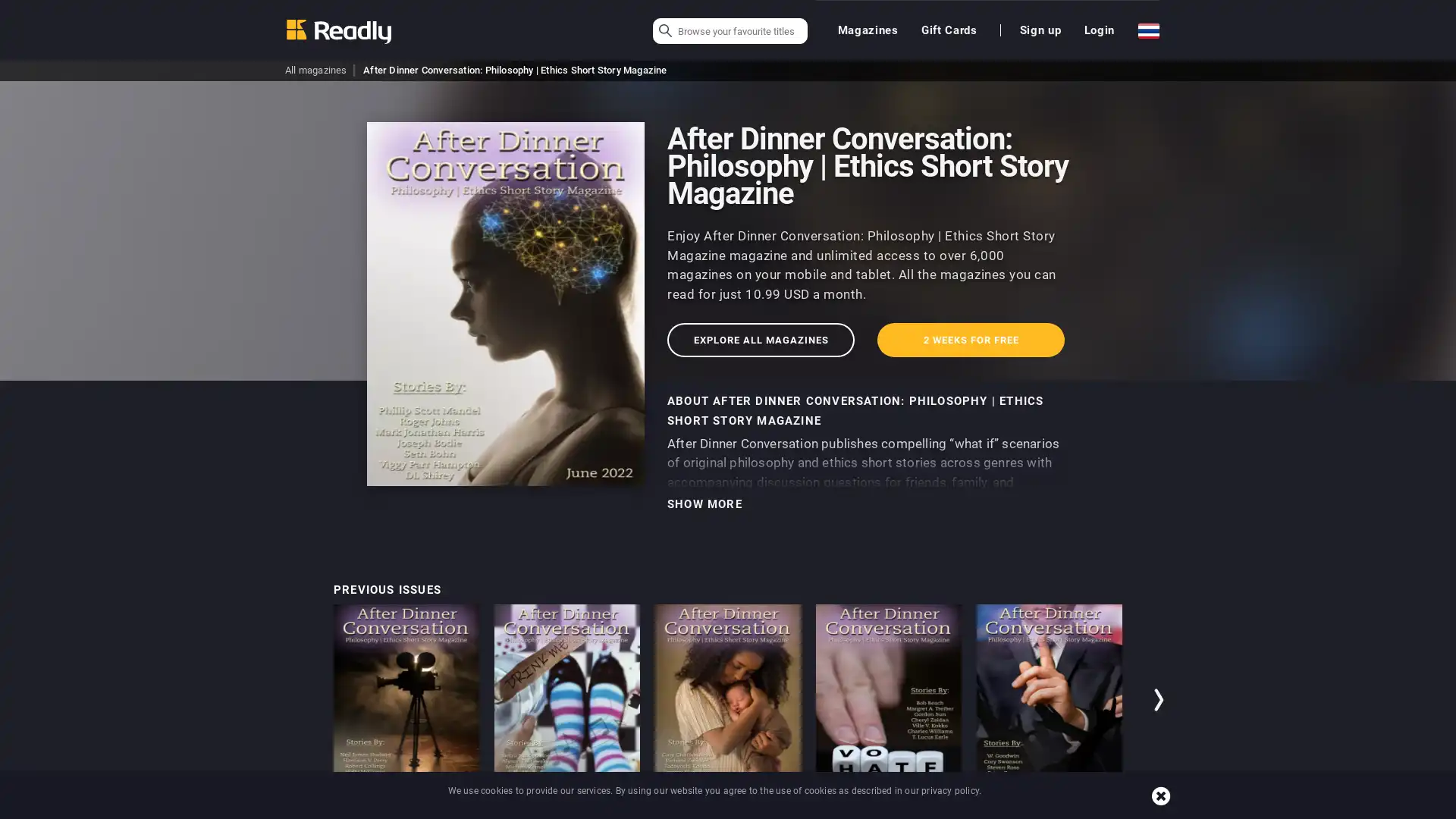 This screenshot has width=1456, height=819. I want to click on 4, so click(1097, 809).